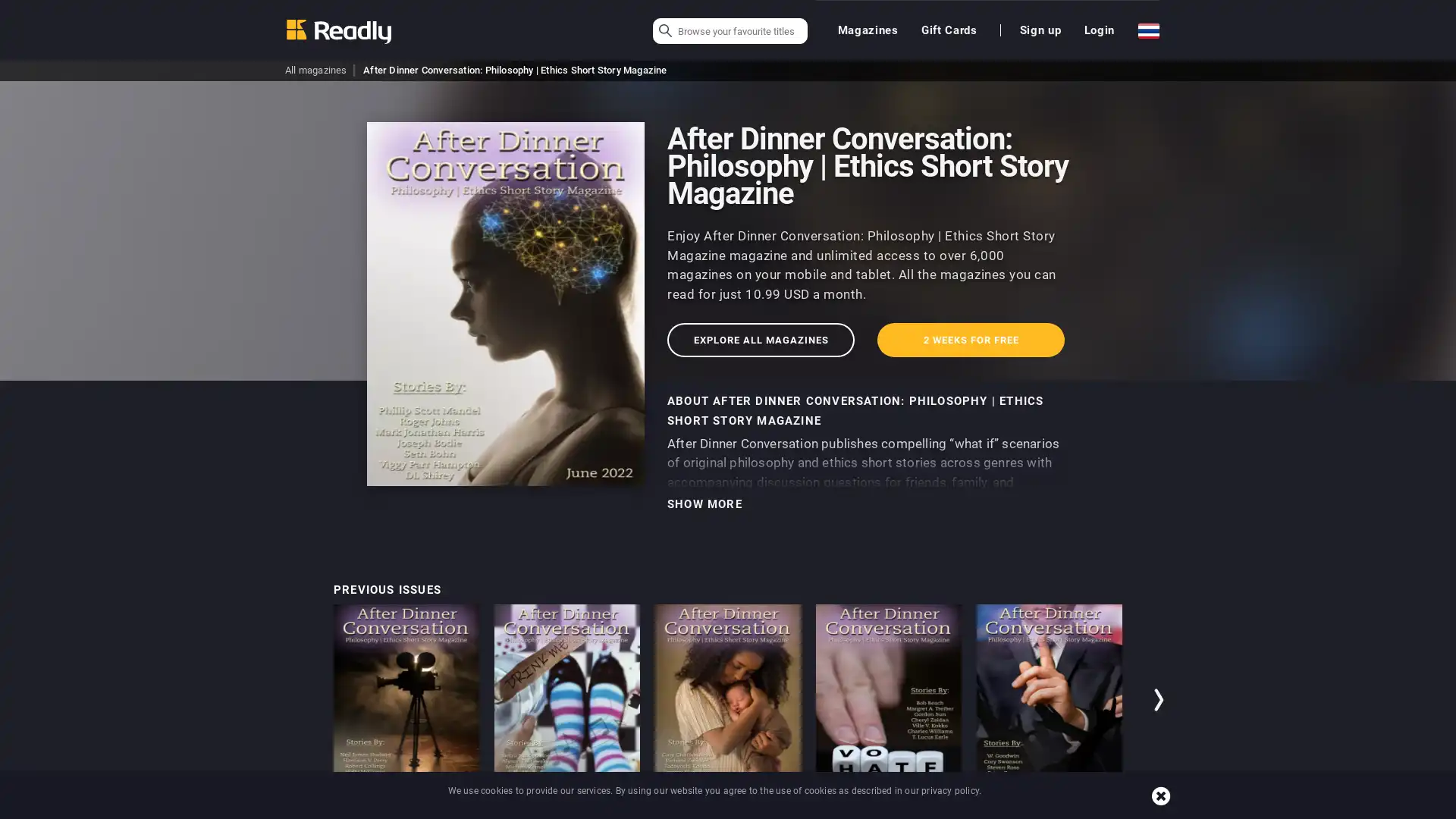 This screenshot has width=1456, height=819. I want to click on 4, so click(1097, 809).